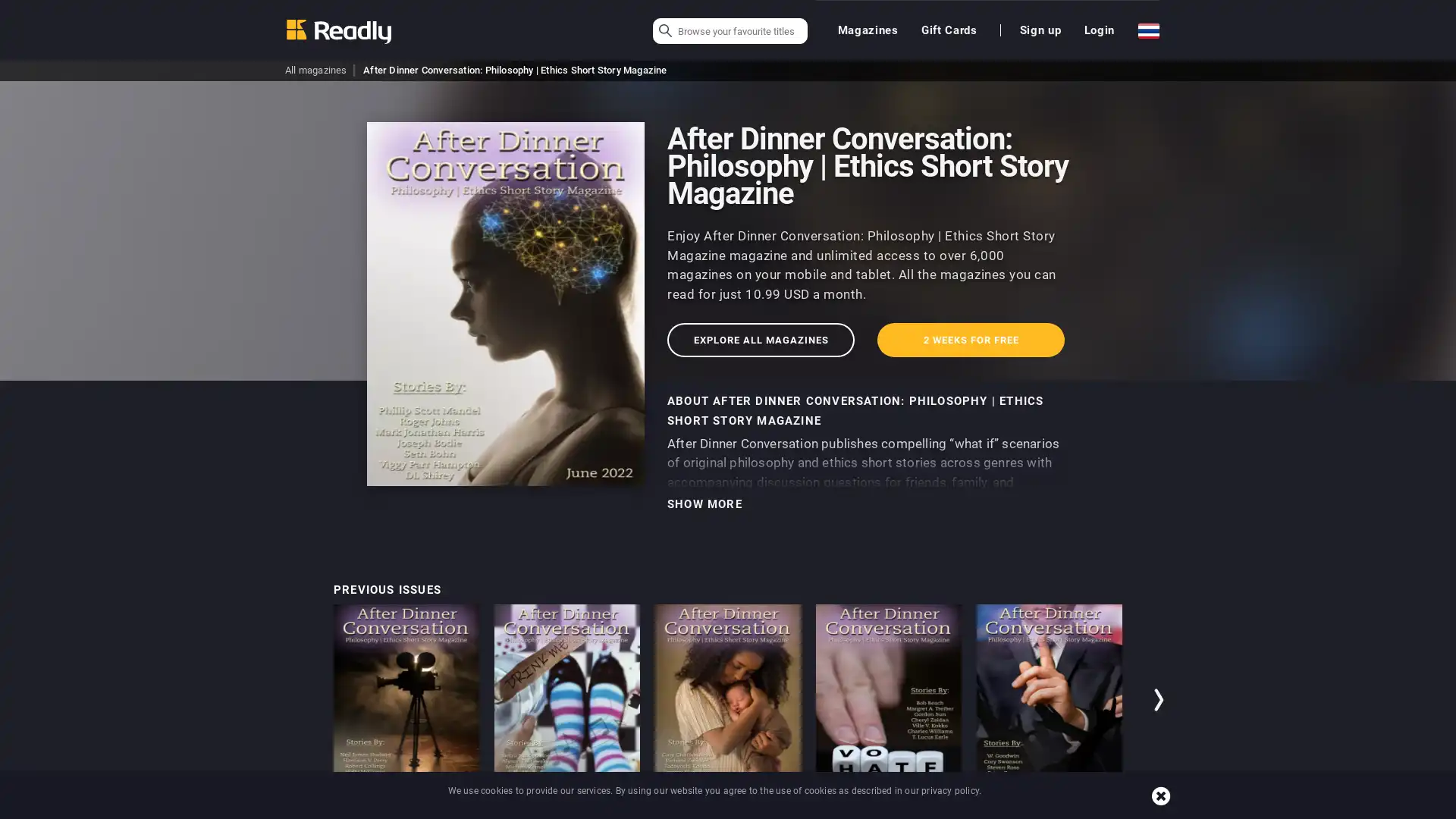 This screenshot has width=1456, height=819. I want to click on 4, so click(1097, 809).